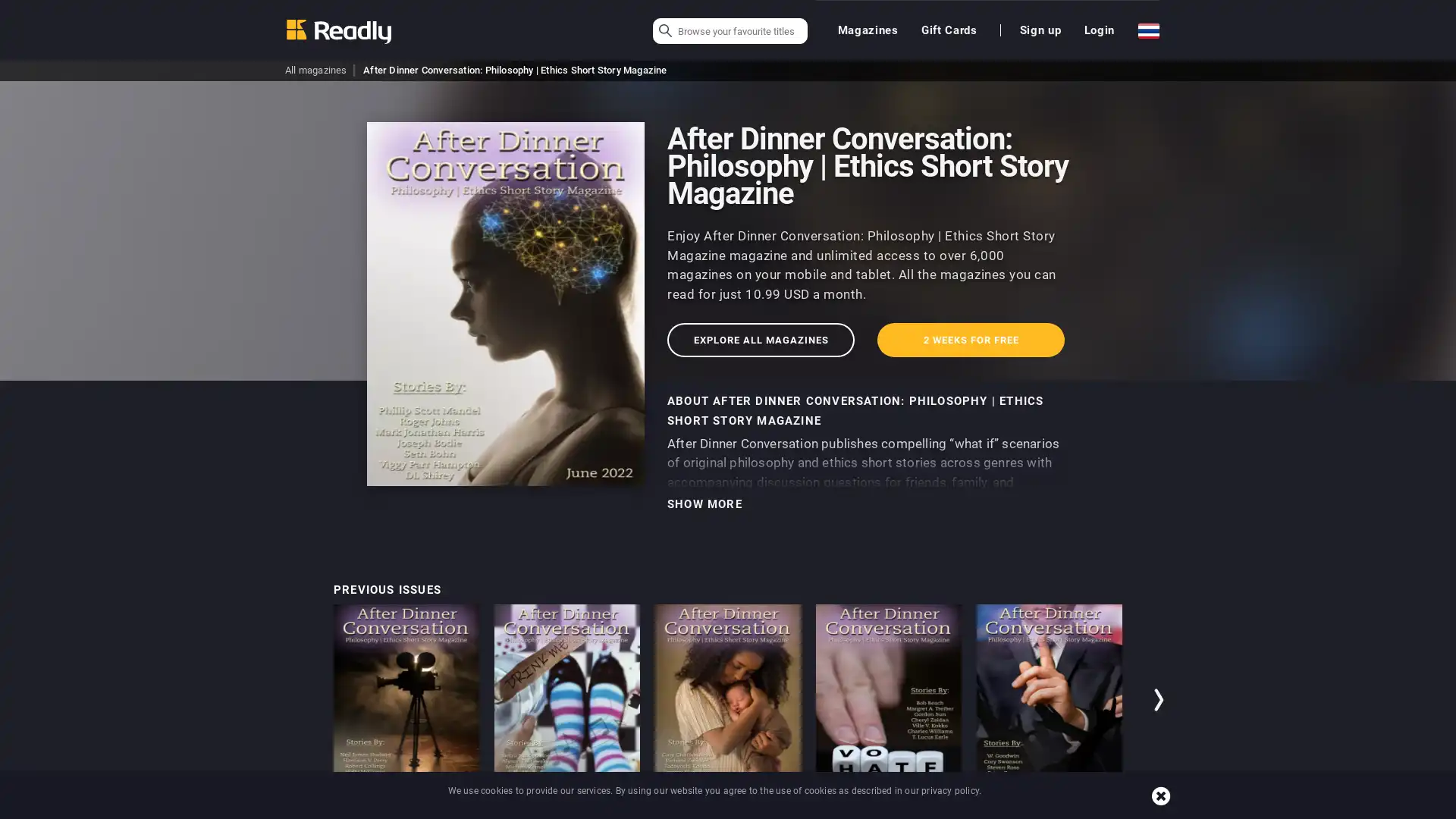 This screenshot has width=1456, height=819. I want to click on 4, so click(1097, 809).